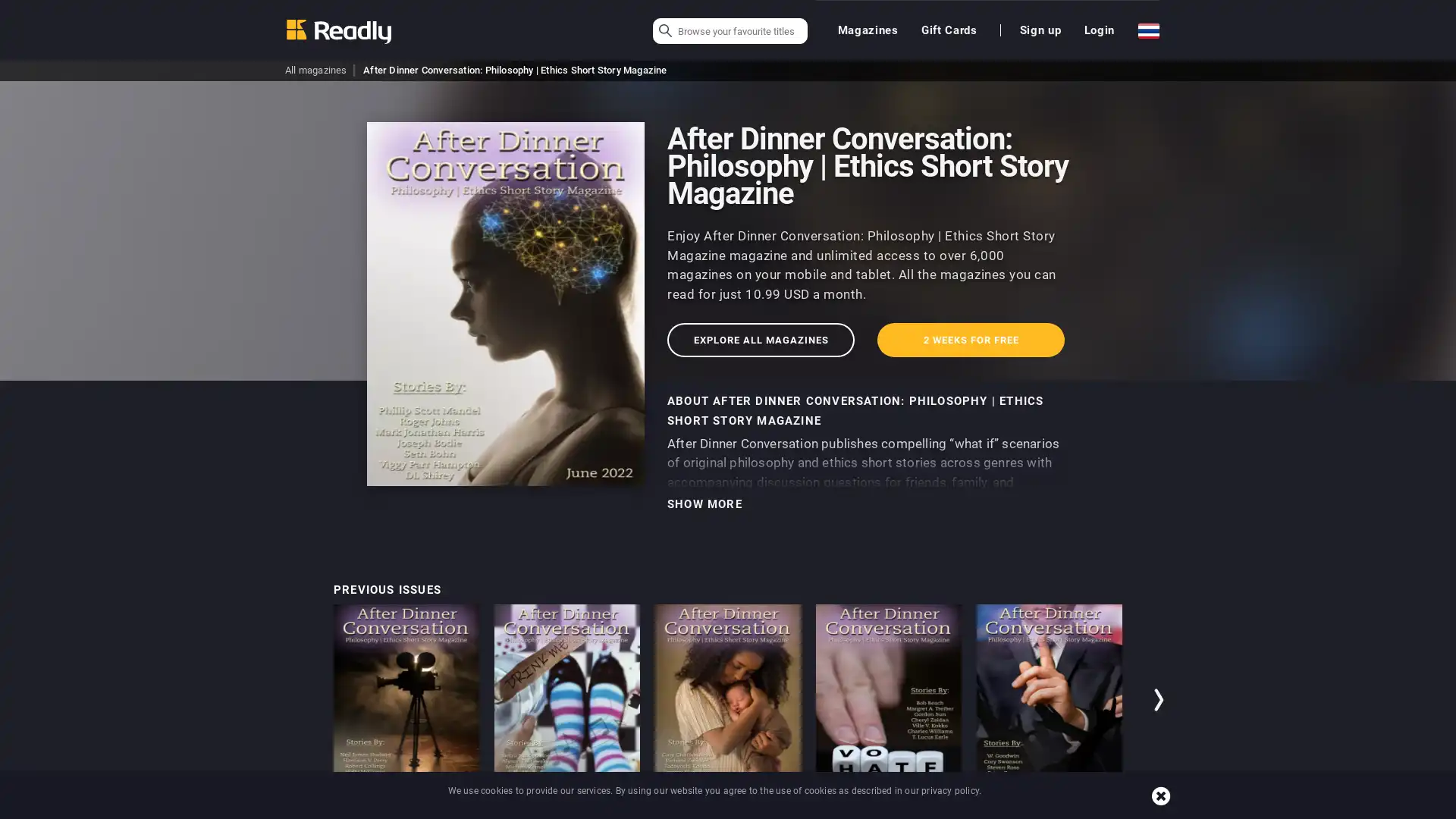 This screenshot has width=1456, height=819. I want to click on 4, so click(1097, 809).